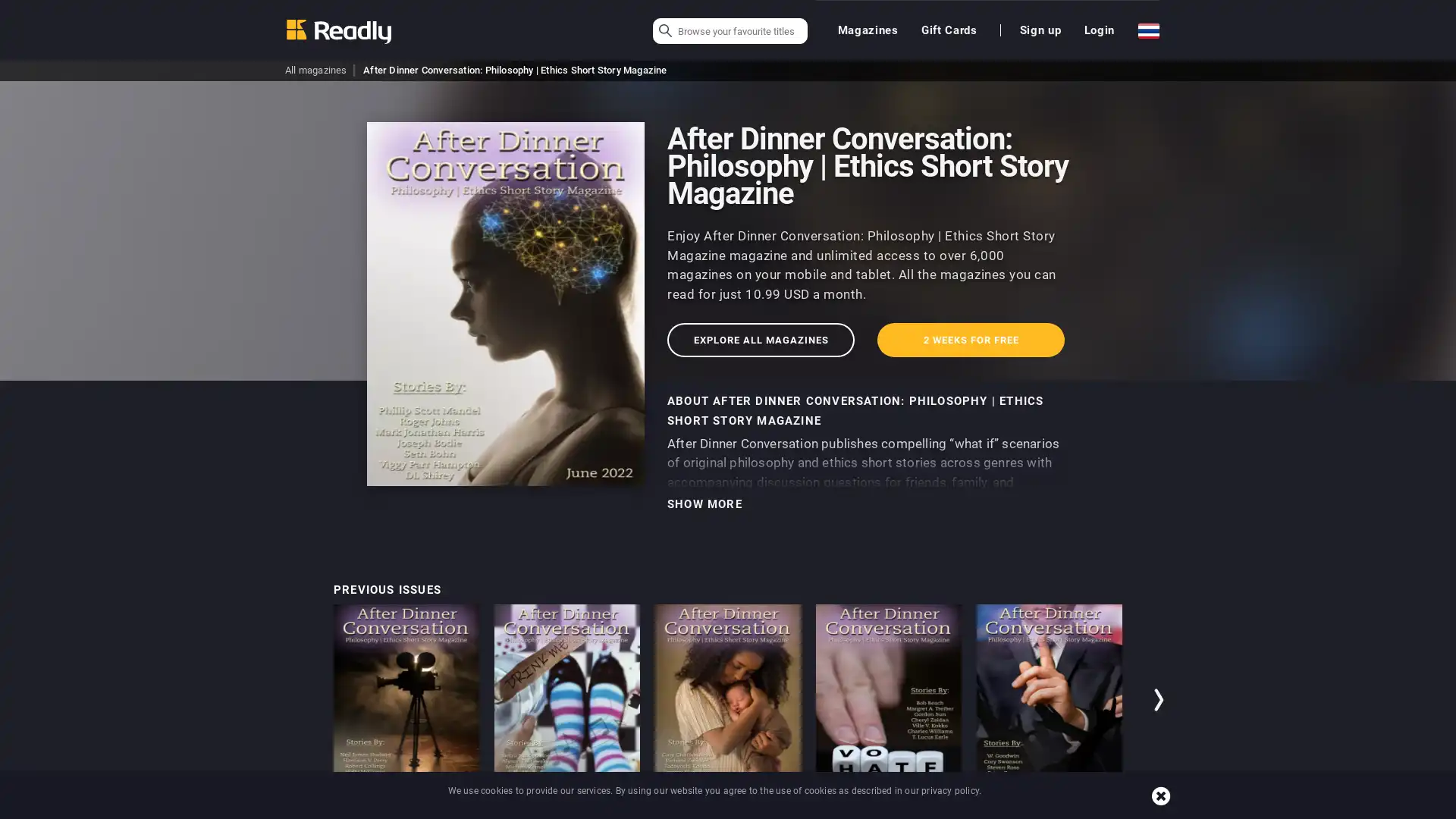 This screenshot has width=1456, height=819. I want to click on 4, so click(1097, 809).